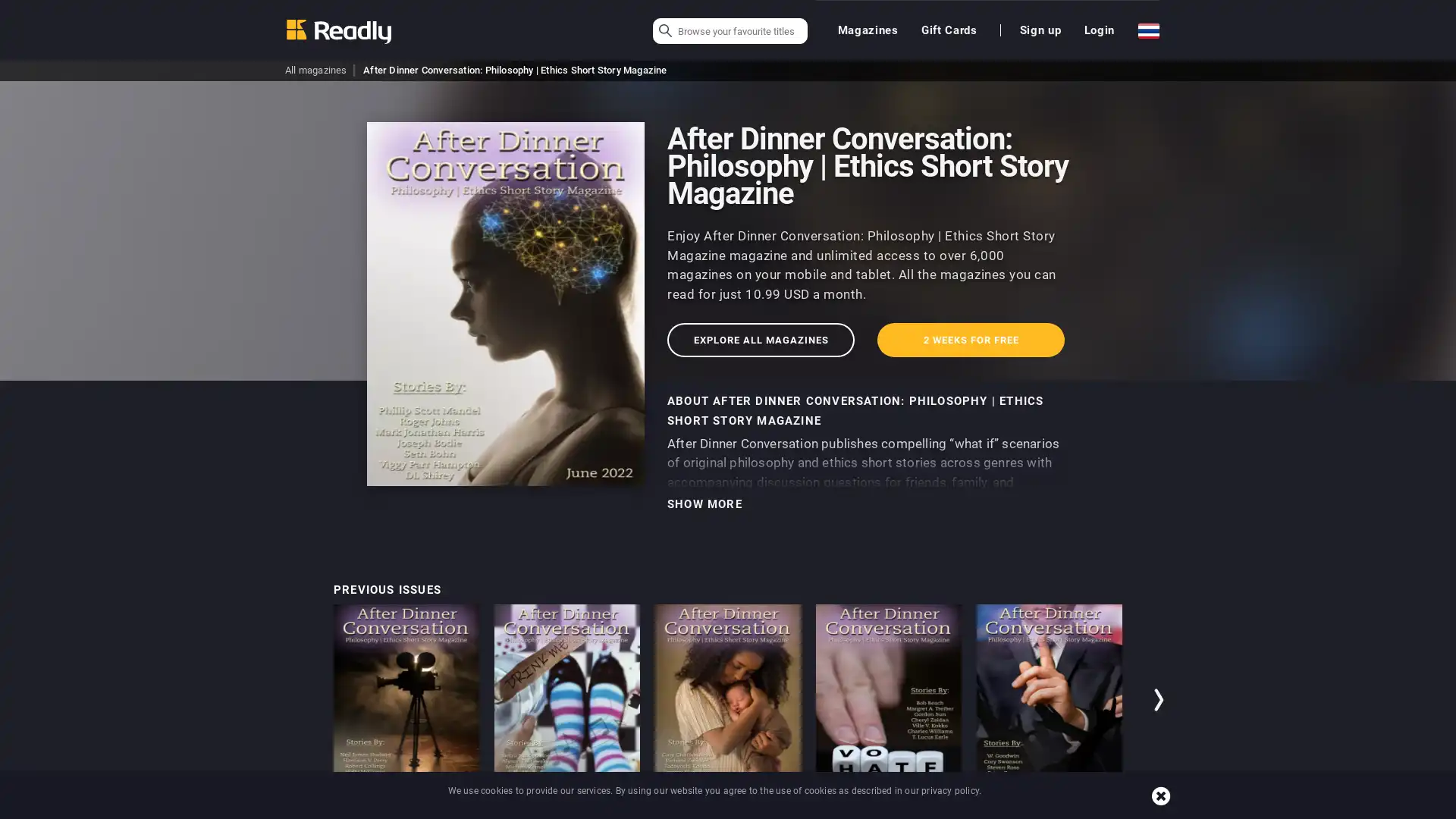 This screenshot has width=1456, height=819. I want to click on 4, so click(1097, 809).